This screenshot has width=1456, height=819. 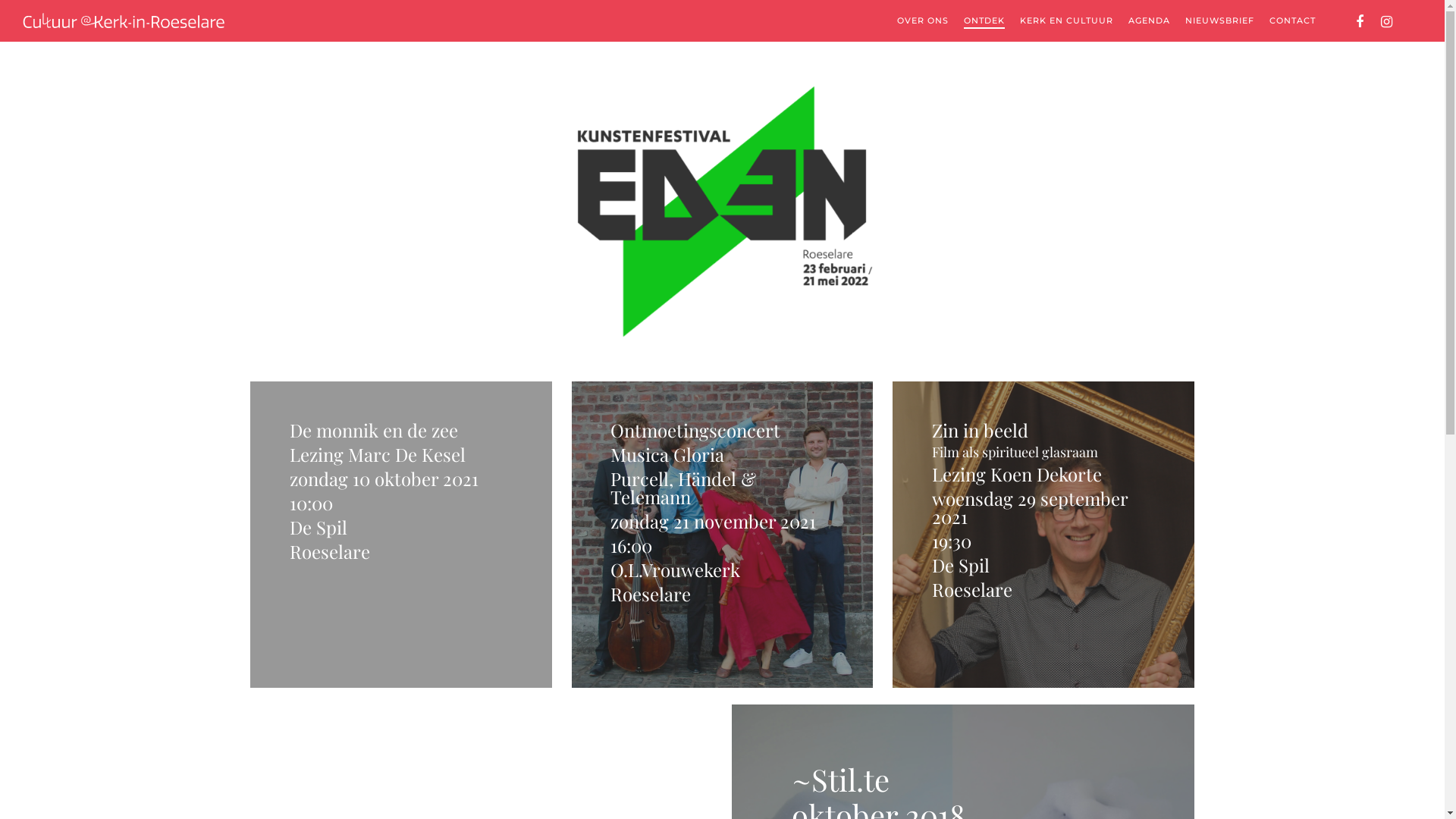 I want to click on 'OVER ONS', so click(x=922, y=20).